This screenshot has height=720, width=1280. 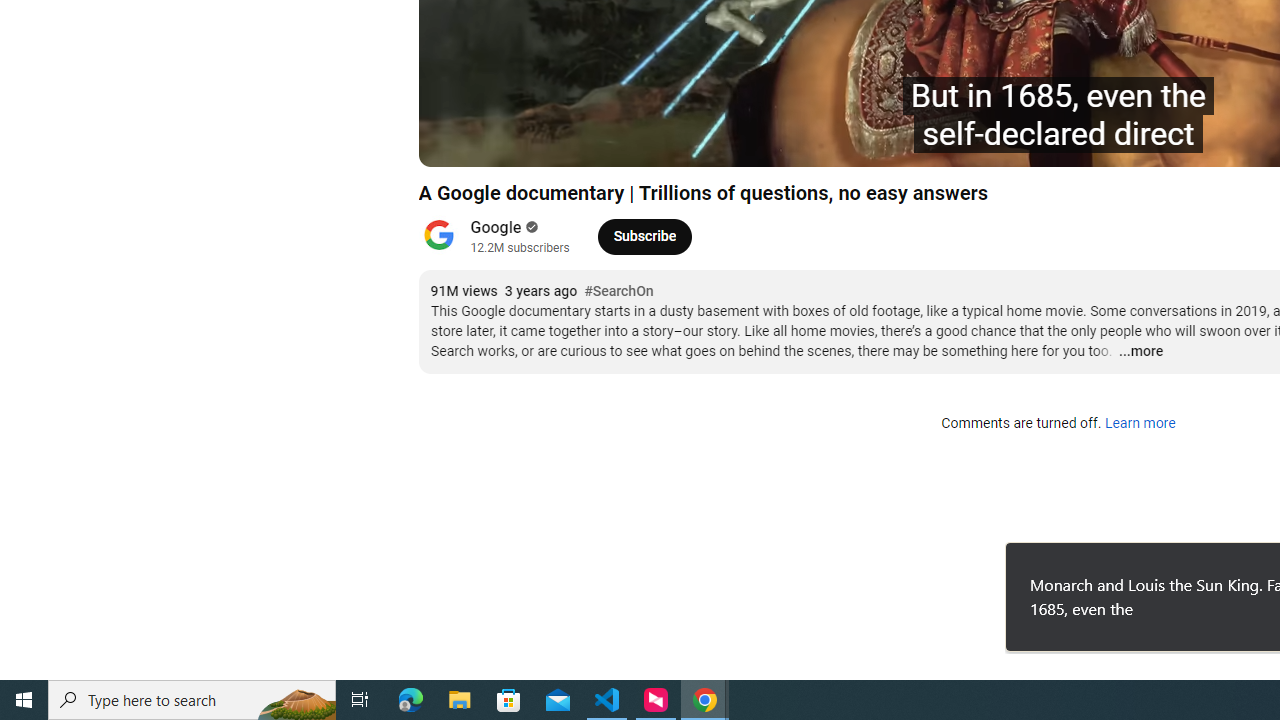 I want to click on 'Mute (m)', so click(x=548, y=141).